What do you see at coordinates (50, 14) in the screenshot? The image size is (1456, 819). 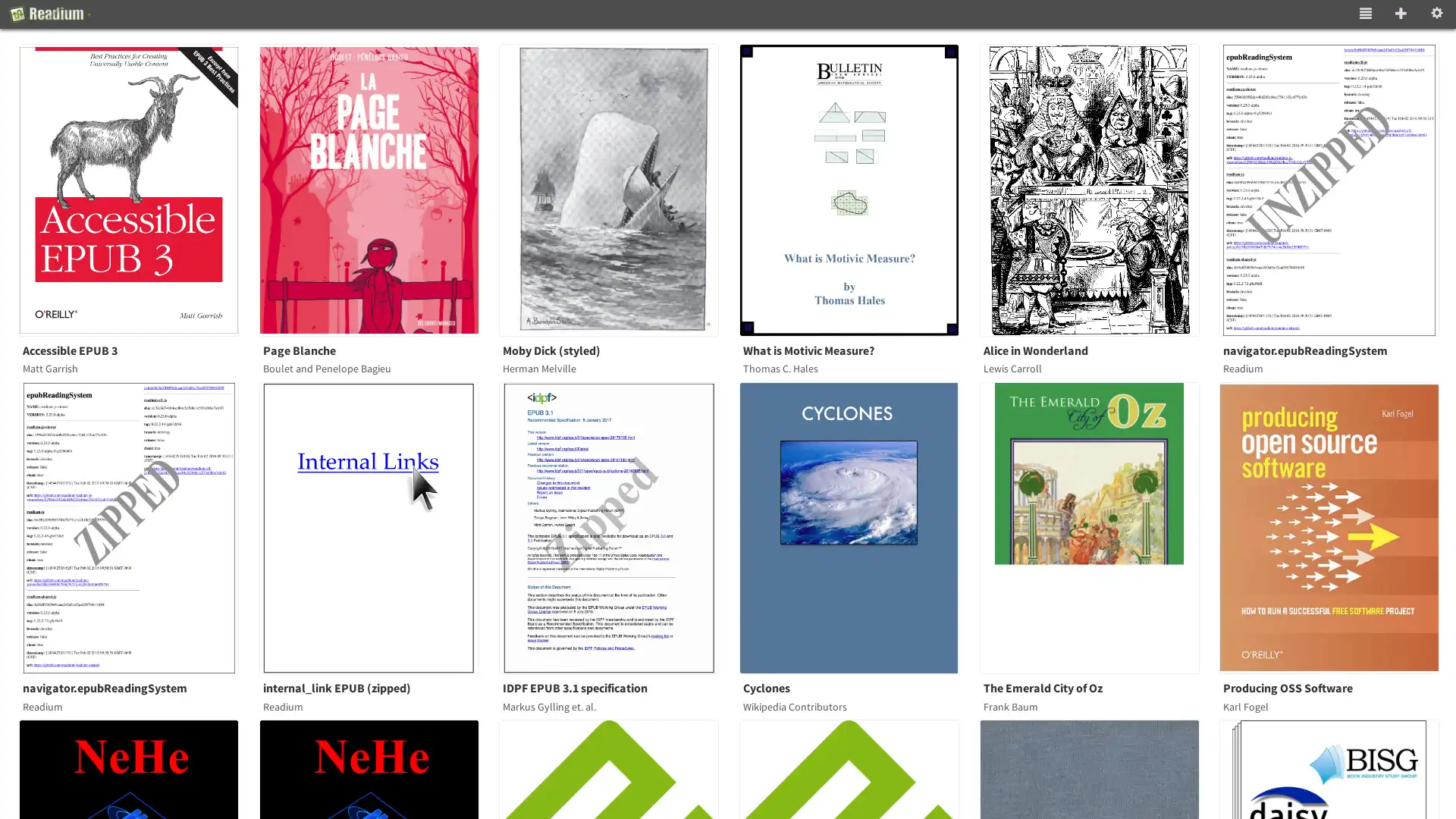 I see `About` at bounding box center [50, 14].